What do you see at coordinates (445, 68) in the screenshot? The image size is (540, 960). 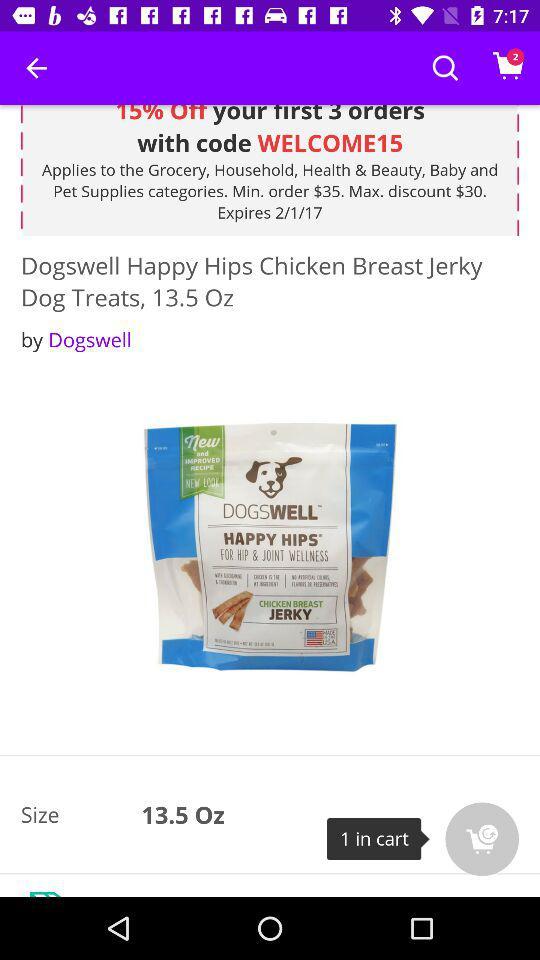 I see `the symbol which is to the immediate left of cart symbol` at bounding box center [445, 68].